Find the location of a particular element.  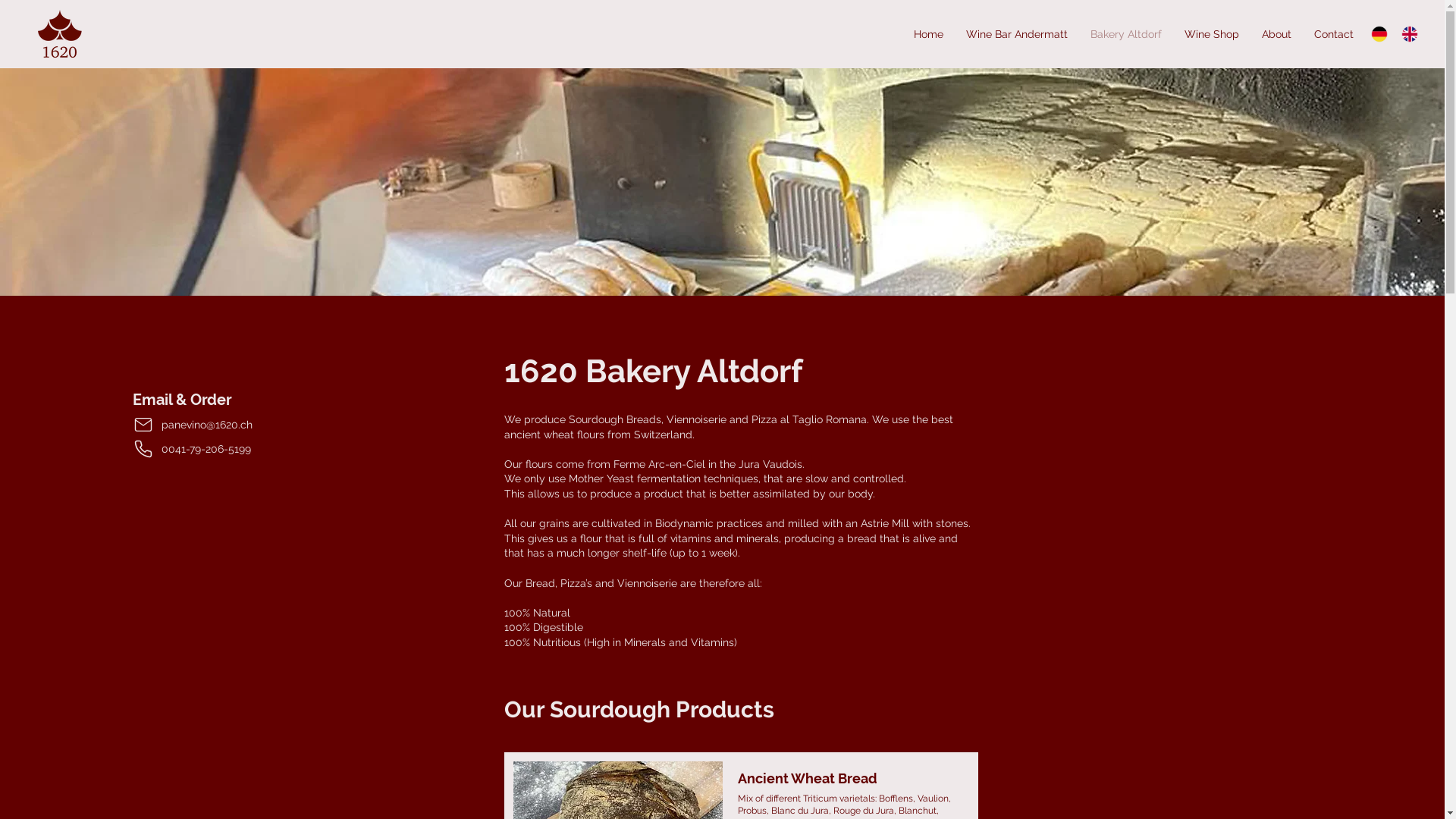

'Wine Bar Andermatt' is located at coordinates (1016, 34).